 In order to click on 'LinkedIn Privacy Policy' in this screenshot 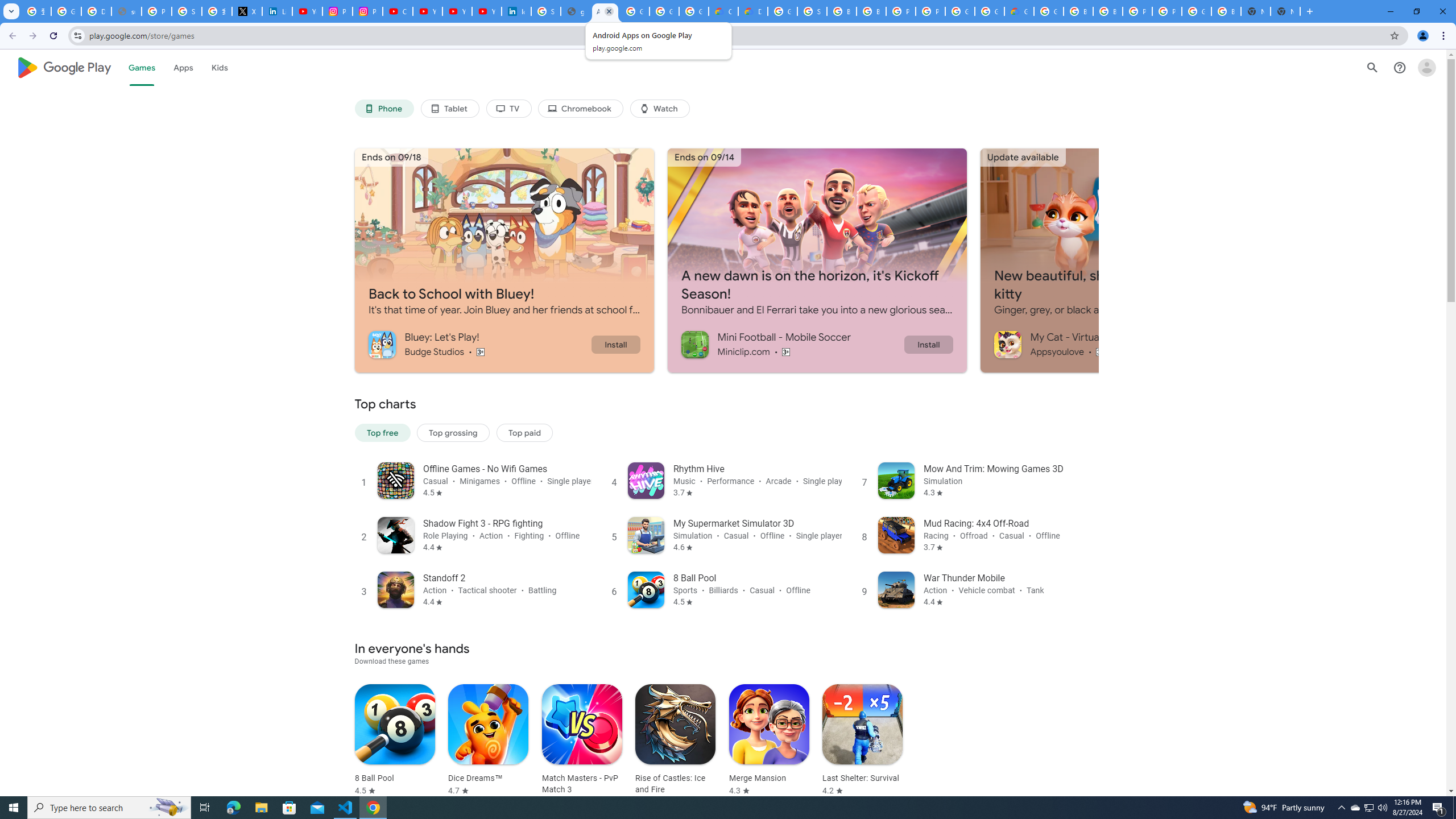, I will do `click(276, 11)`.